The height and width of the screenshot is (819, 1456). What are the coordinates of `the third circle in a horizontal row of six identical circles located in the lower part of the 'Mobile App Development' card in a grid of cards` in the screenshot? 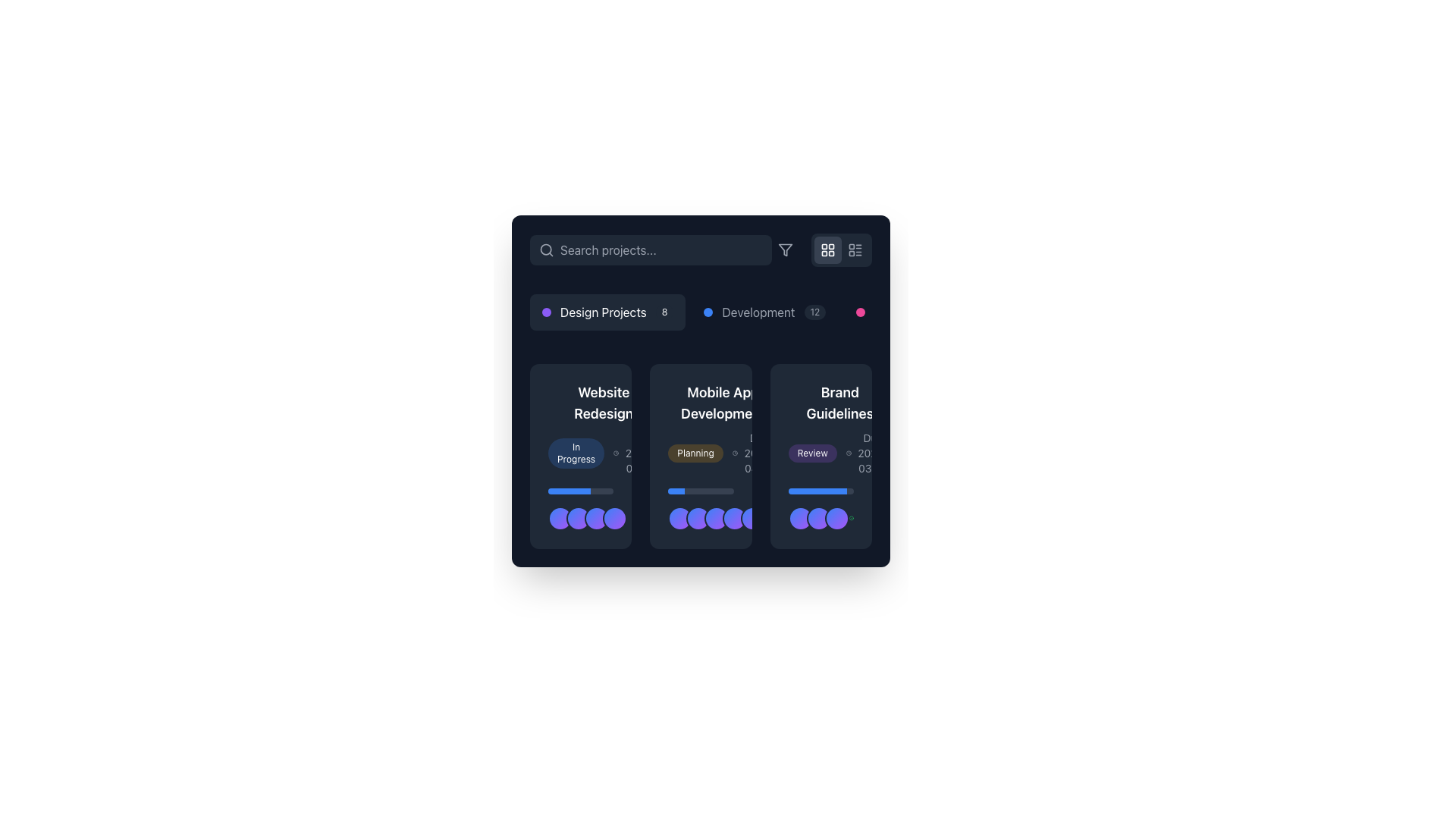 It's located at (716, 517).